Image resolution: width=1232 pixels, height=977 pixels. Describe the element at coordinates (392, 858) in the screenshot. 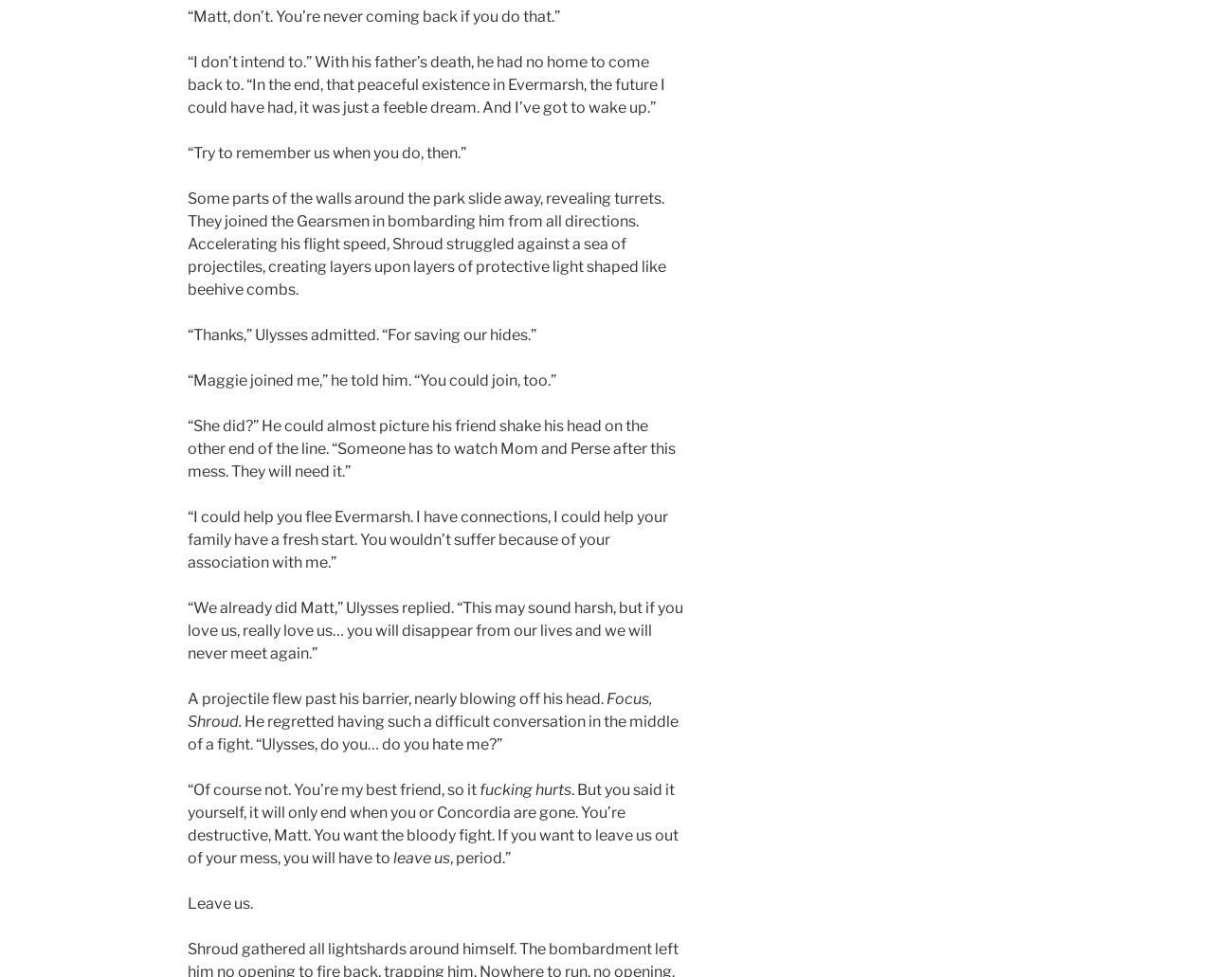

I see `'leave us'` at that location.